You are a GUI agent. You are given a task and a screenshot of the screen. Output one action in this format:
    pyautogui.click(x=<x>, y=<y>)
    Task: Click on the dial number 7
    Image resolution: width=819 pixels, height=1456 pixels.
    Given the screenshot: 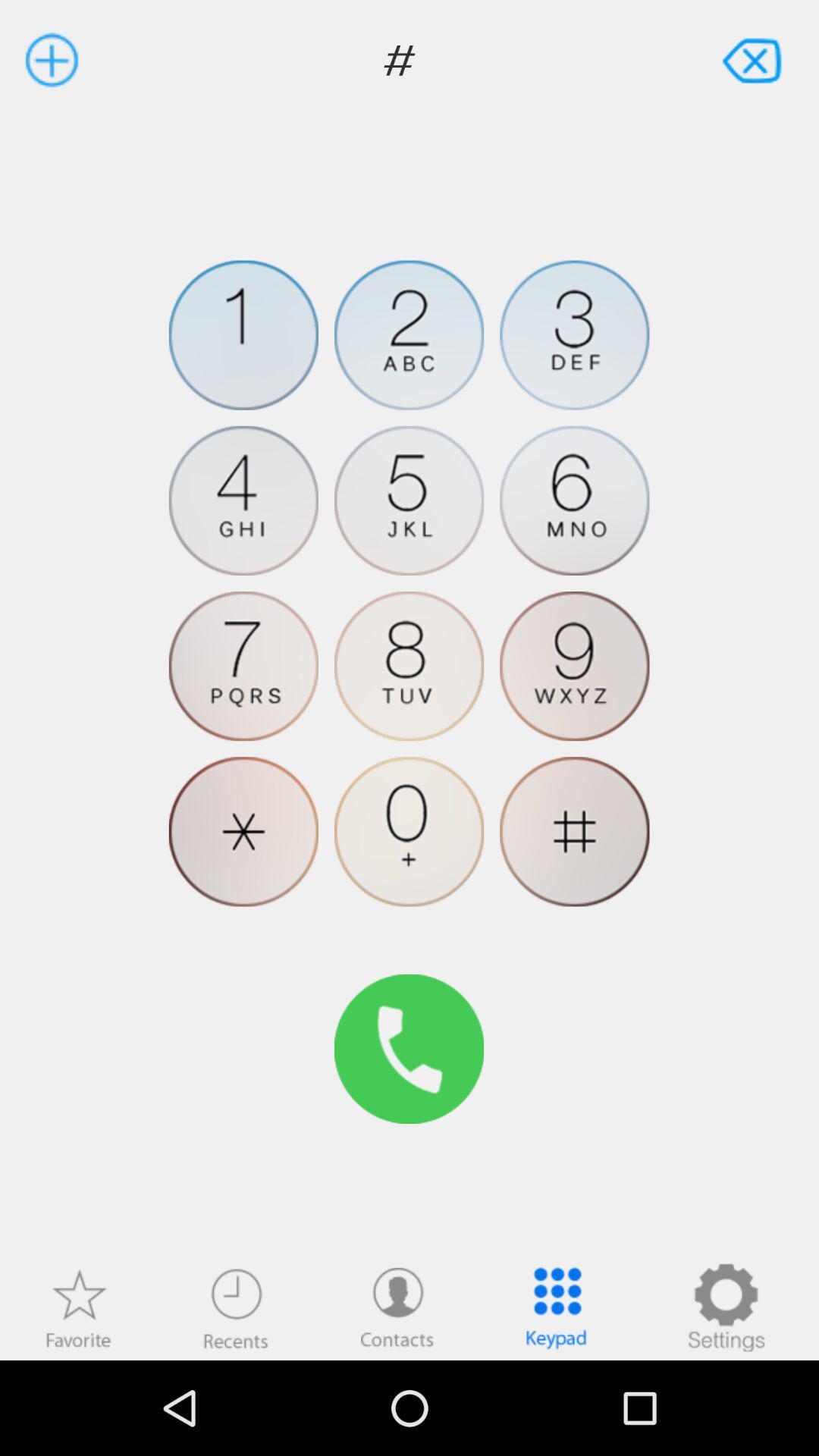 What is the action you would take?
    pyautogui.click(x=243, y=666)
    